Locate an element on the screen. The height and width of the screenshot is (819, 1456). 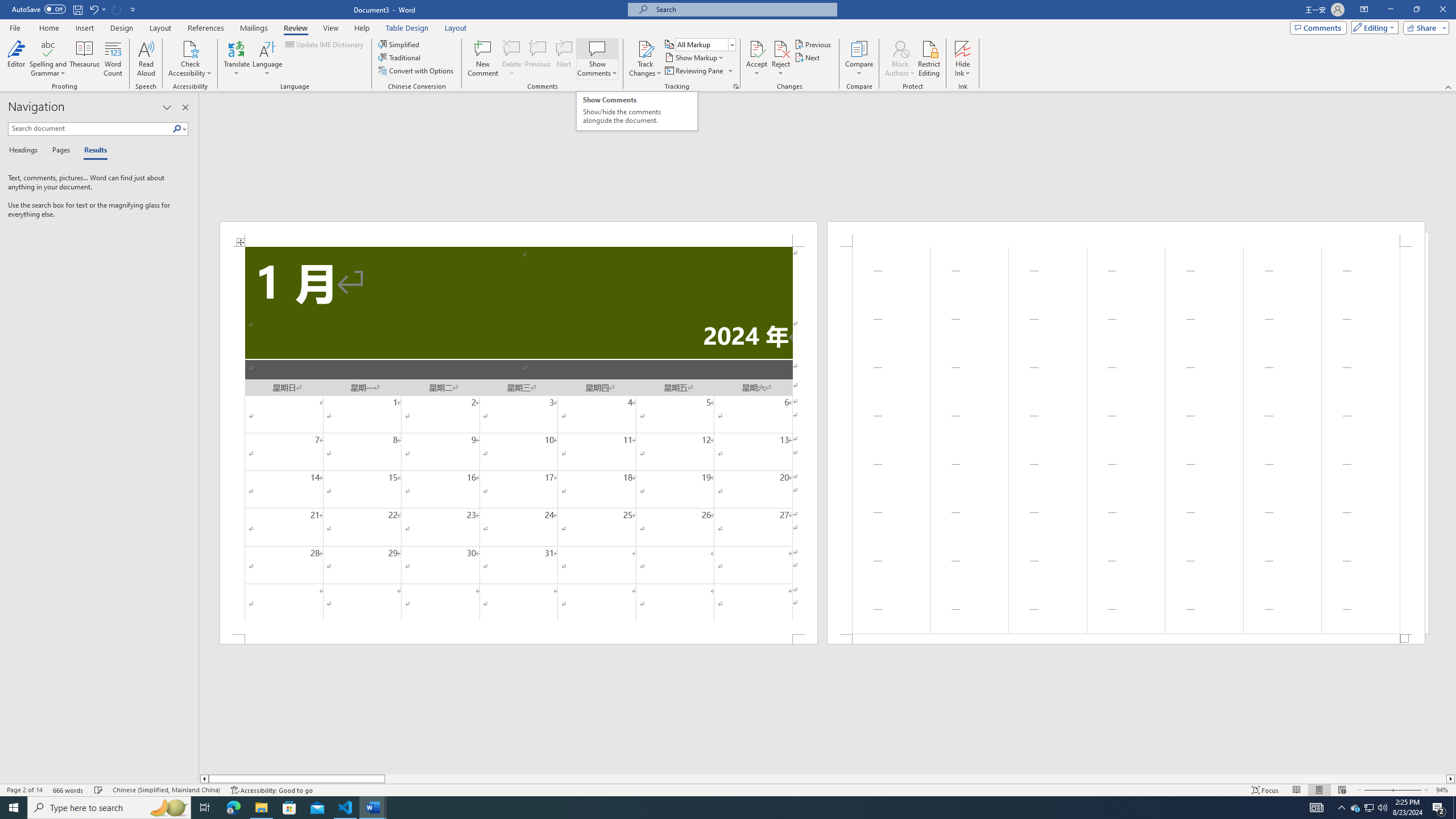
'Hide Ink' is located at coordinates (962, 59).